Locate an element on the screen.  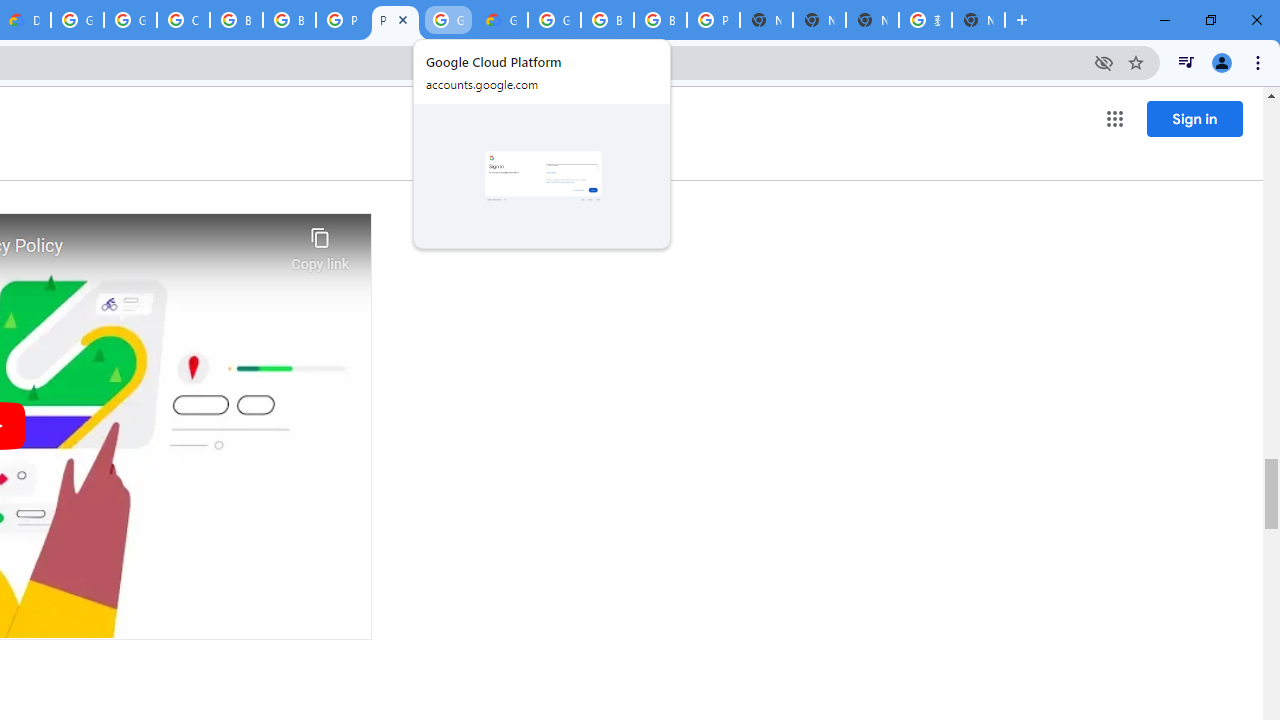
'Browse Chrome as a guest - Computer - Google Chrome Help' is located at coordinates (606, 20).